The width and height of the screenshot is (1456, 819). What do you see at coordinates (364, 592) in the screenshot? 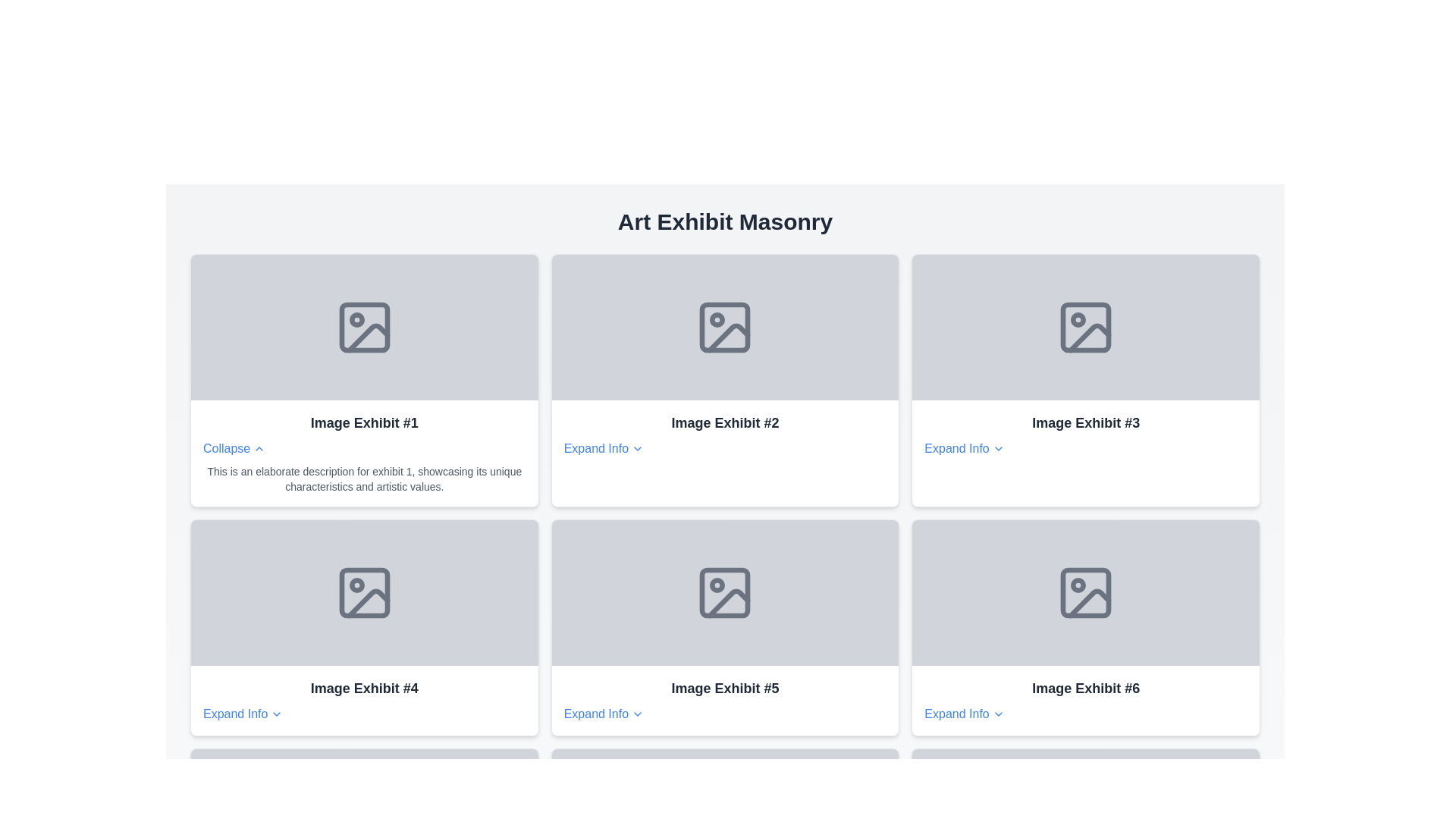
I see `the gray landscape icon with a mountain and sun located in the fourth tile of the grid layout` at bounding box center [364, 592].